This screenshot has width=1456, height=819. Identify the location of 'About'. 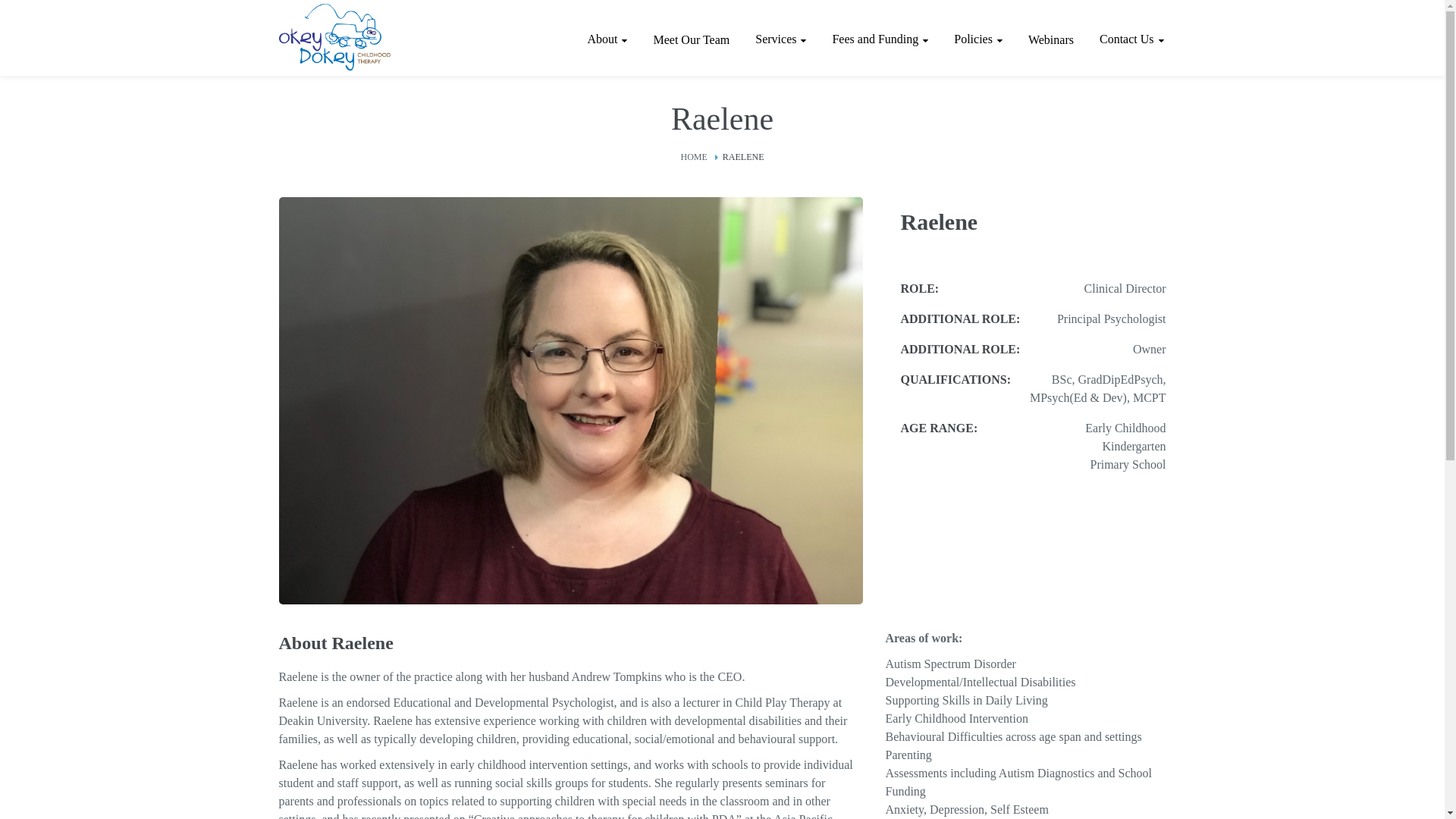
(607, 38).